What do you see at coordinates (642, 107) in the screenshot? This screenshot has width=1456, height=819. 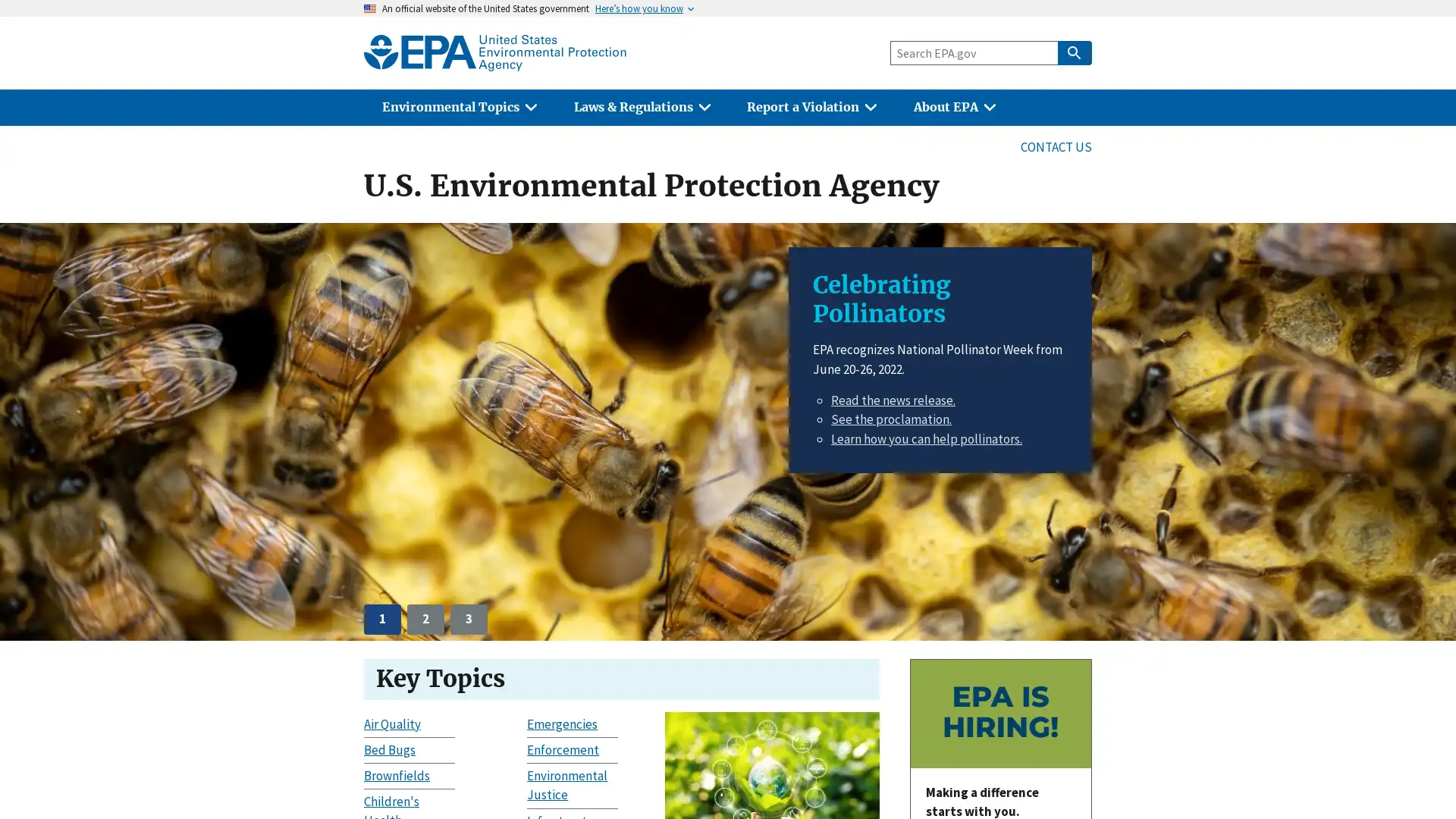 I see `Laws & Regulations` at bounding box center [642, 107].